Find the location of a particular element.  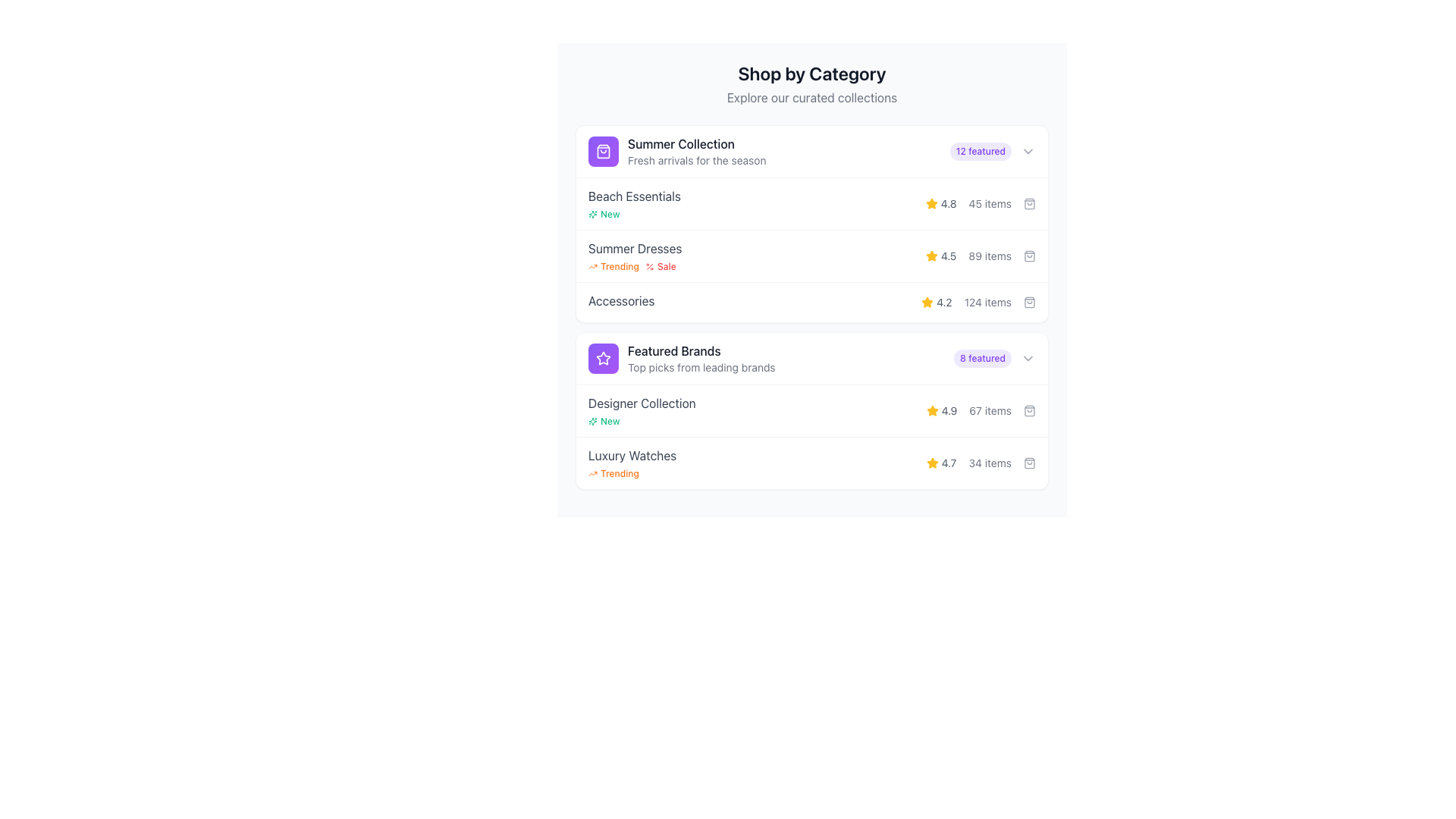

the shopping bag icon, which is part of a group with two other vector paths and is located next to the 'Summer Dresses' rating and item count is located at coordinates (1030, 256).